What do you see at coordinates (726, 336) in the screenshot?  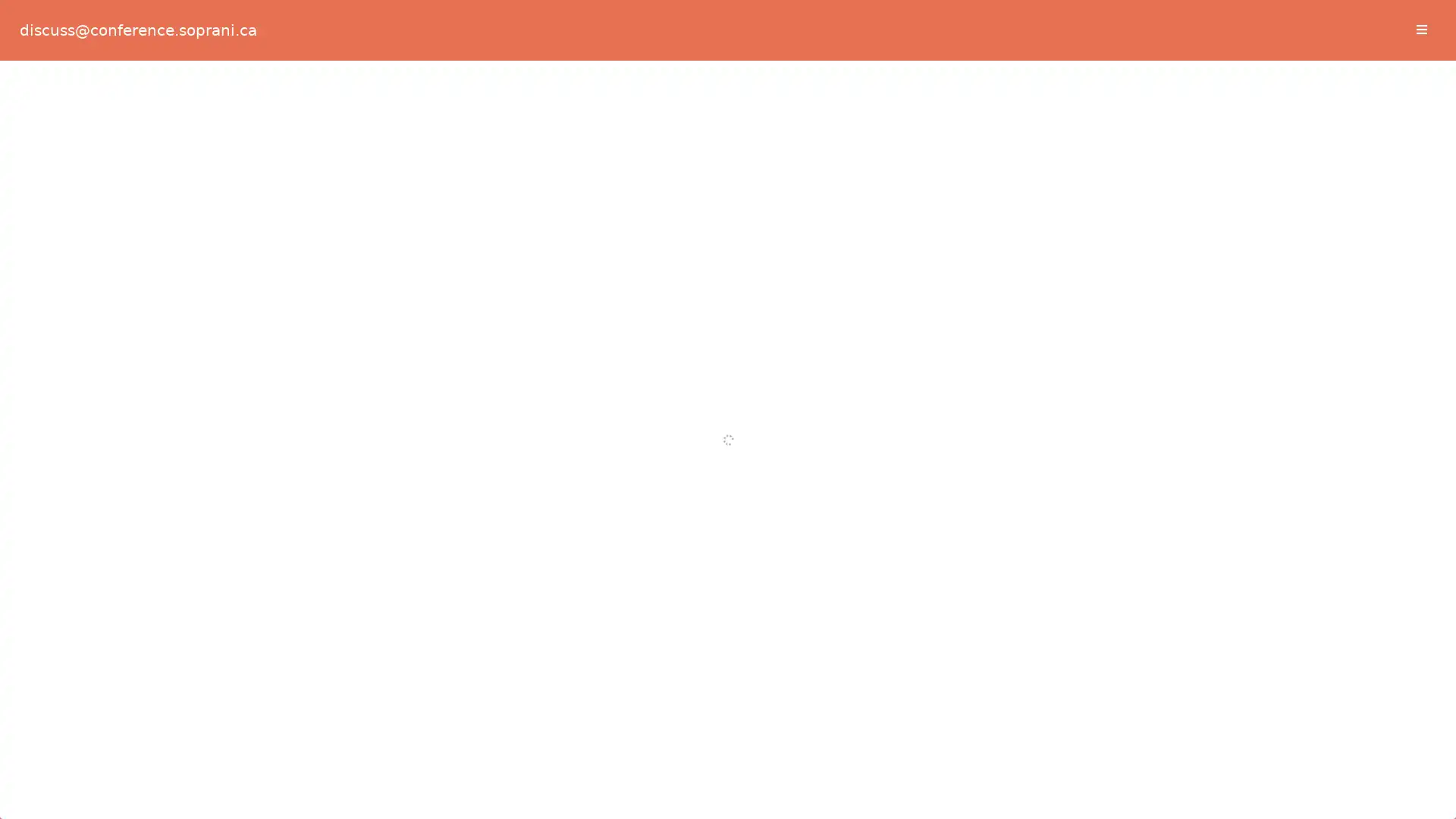 I see `Enter groupchat` at bounding box center [726, 336].